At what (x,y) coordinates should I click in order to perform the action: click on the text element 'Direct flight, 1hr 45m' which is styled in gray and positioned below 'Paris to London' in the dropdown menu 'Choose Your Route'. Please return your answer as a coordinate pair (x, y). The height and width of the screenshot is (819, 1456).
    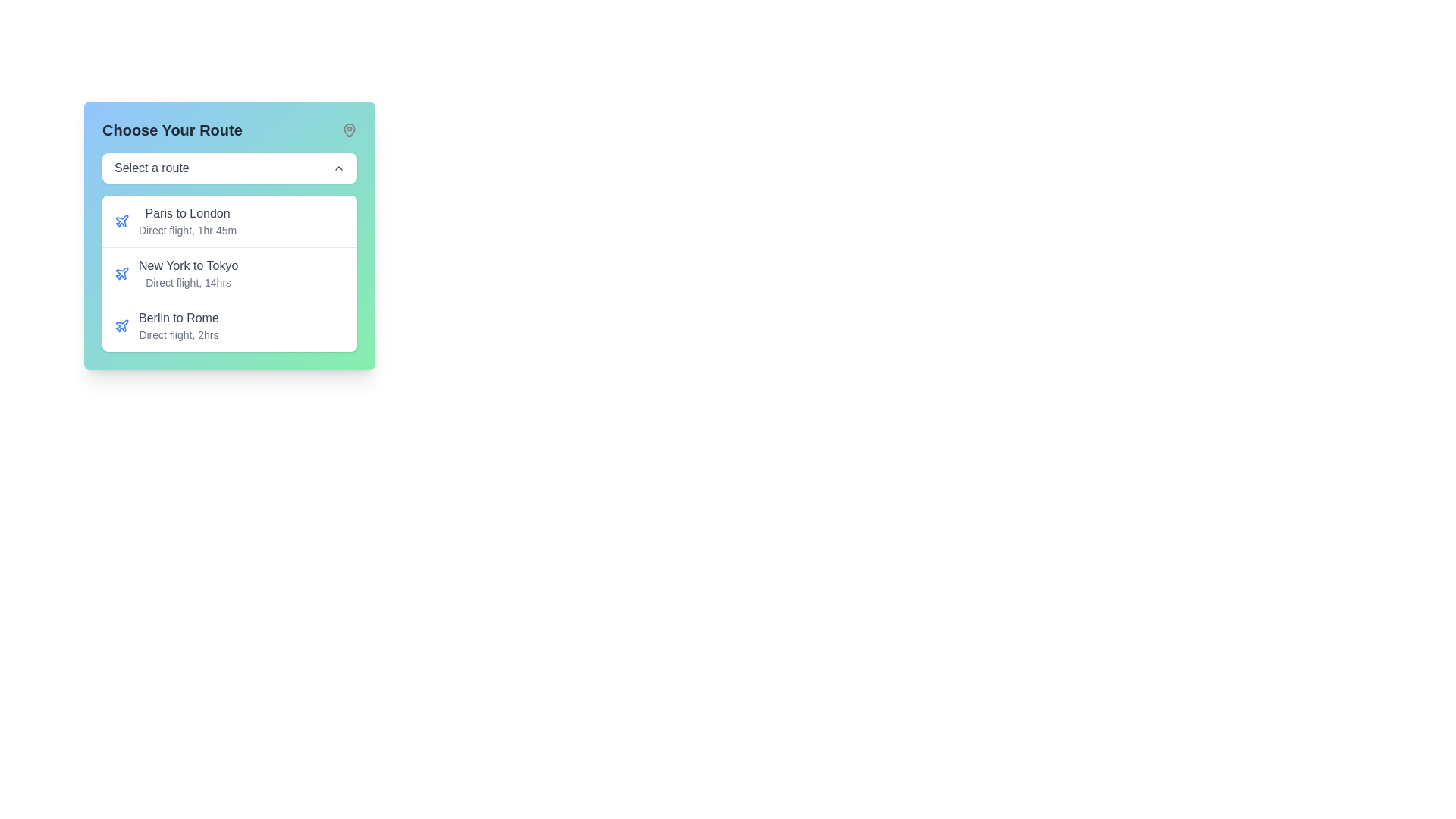
    Looking at the image, I should click on (187, 231).